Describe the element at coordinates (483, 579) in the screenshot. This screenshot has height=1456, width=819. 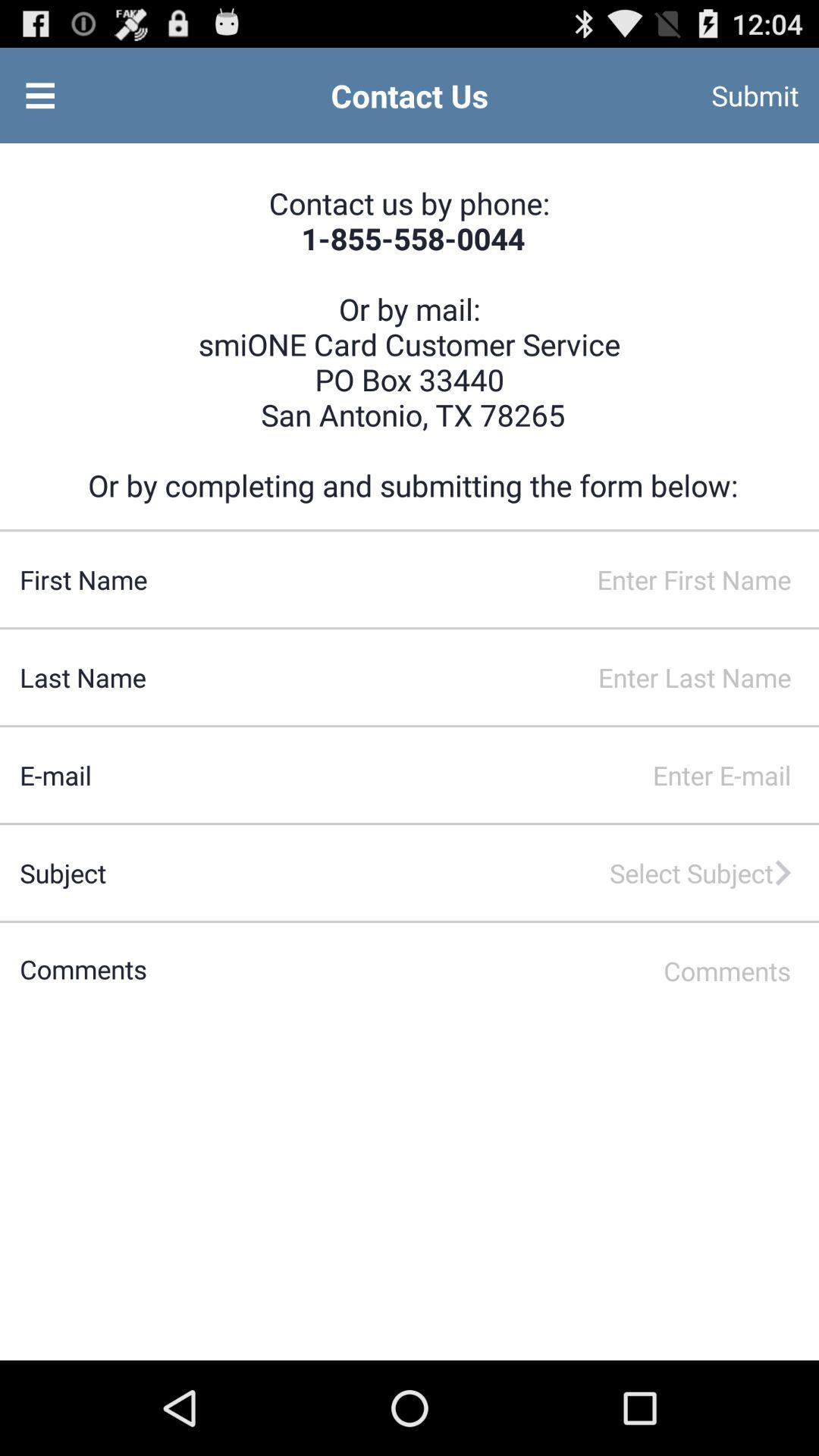
I see `first name` at that location.